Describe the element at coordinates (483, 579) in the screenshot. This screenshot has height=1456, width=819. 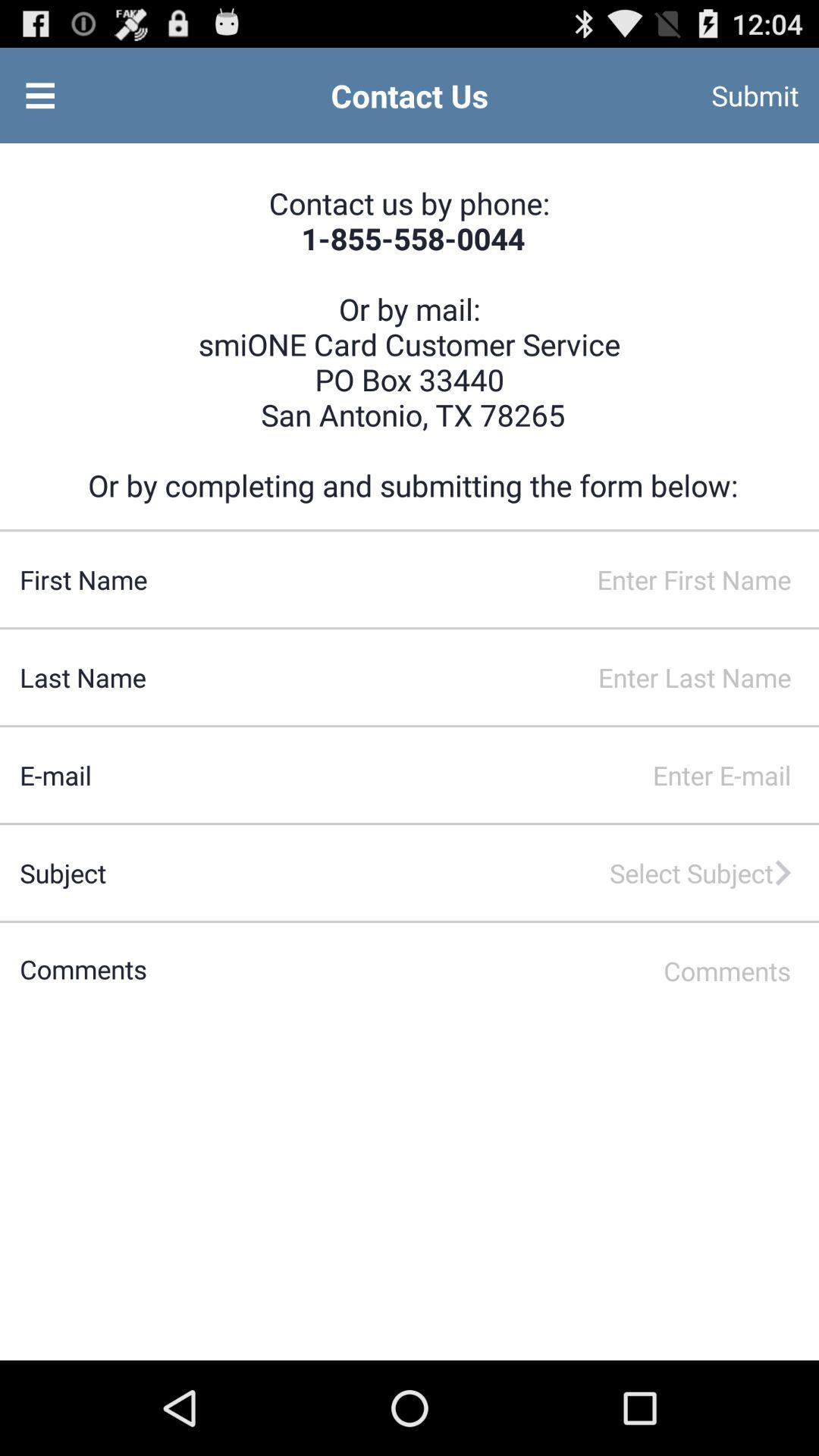
I see `first name` at that location.